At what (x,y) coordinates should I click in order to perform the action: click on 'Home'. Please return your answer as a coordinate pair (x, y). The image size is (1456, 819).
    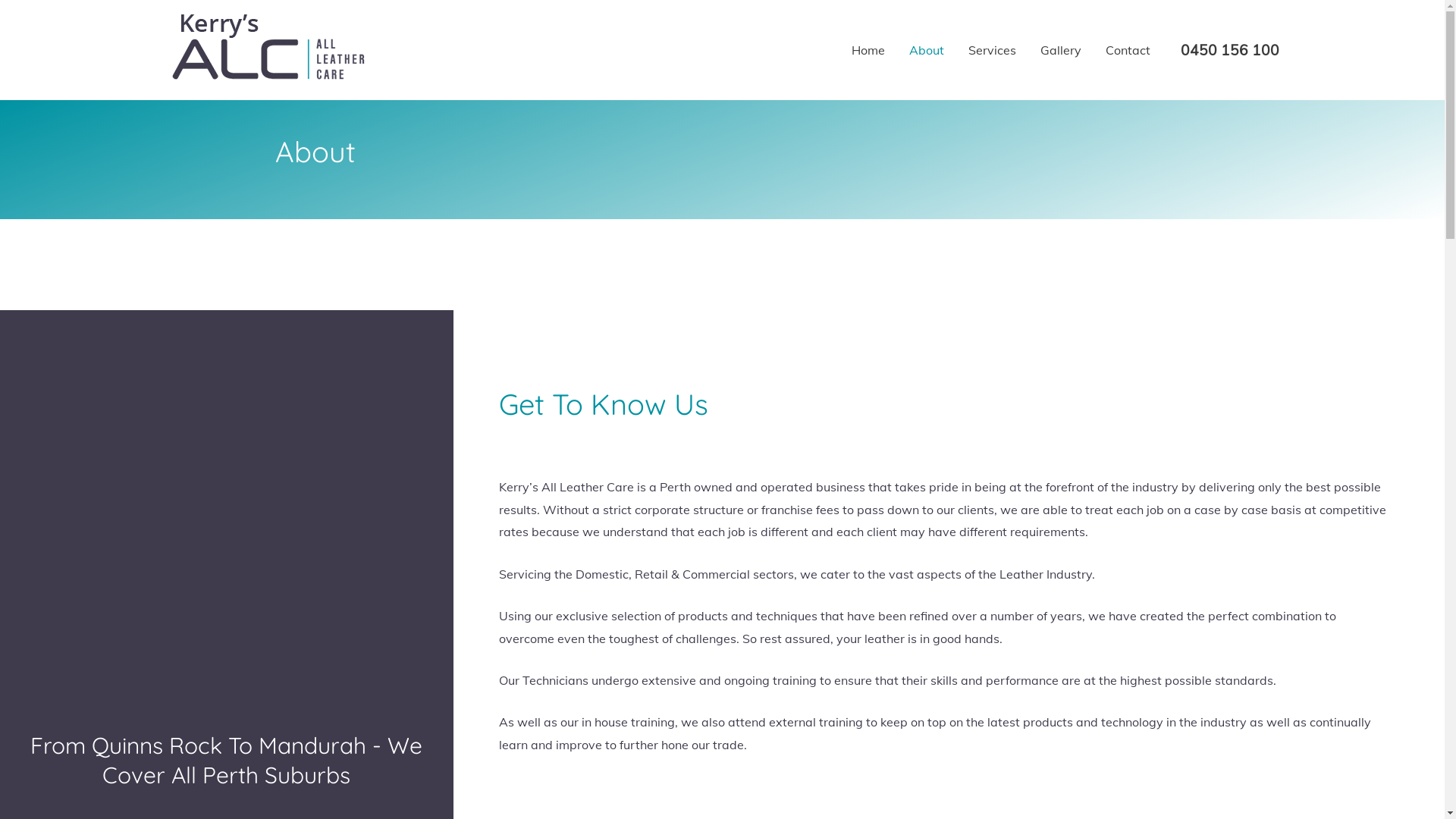
    Looking at the image, I should click on (867, 49).